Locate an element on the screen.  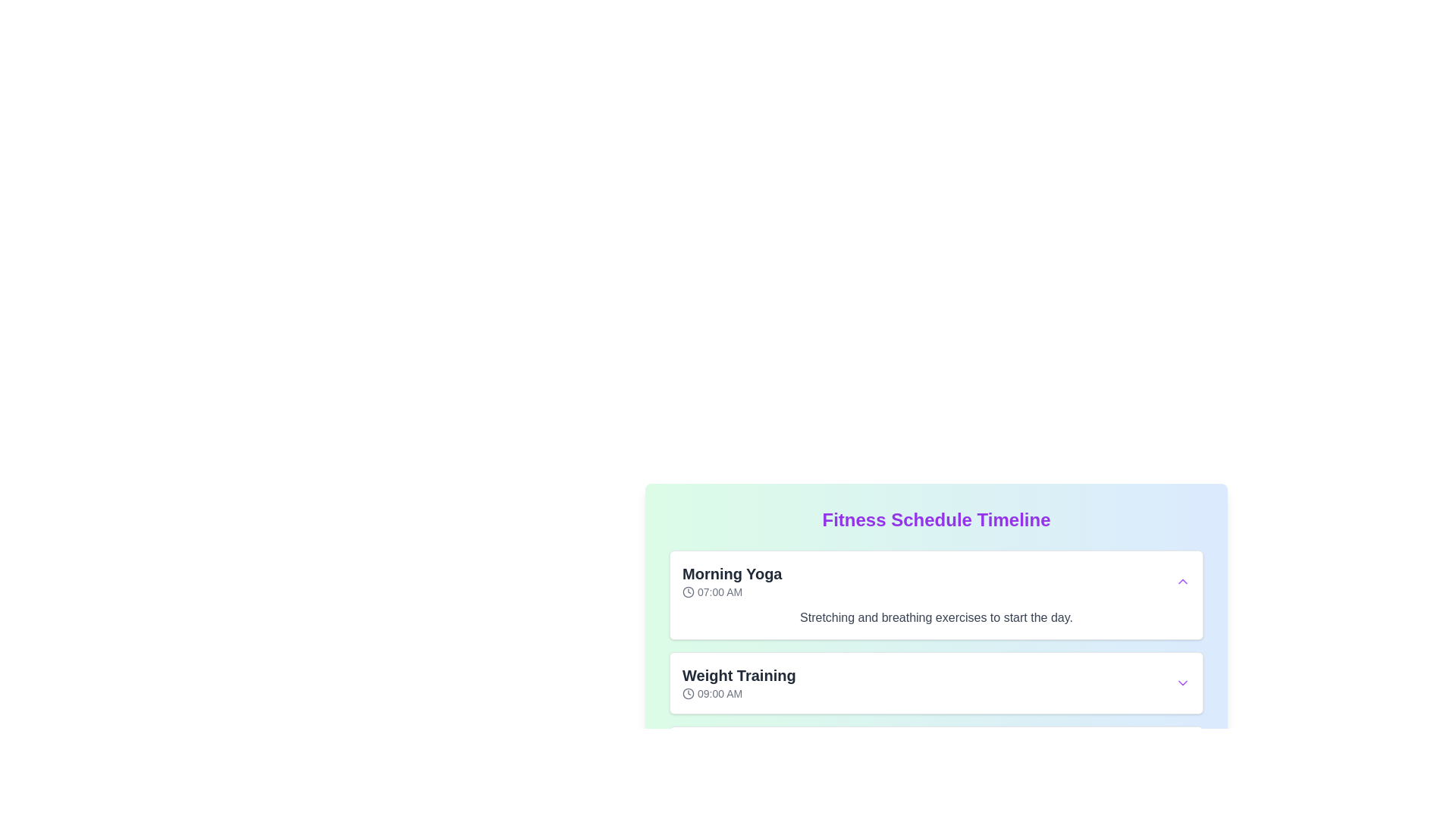
the circular clock icon within the 'Morning Yoga' schedule item, which has a minimalistic flat design and is located near the '07:00 AM' label is located at coordinates (687, 591).